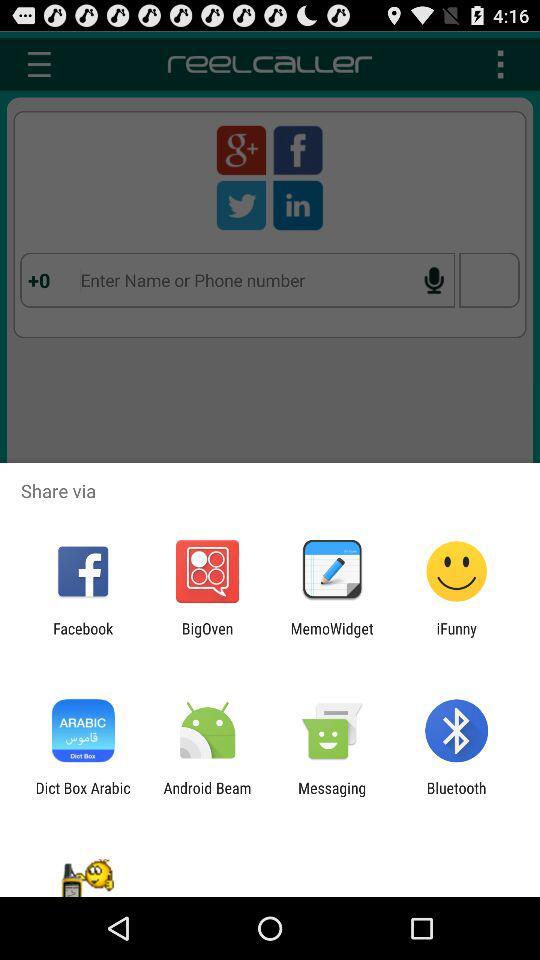  What do you see at coordinates (206, 796) in the screenshot?
I see `icon next to messaging app` at bounding box center [206, 796].